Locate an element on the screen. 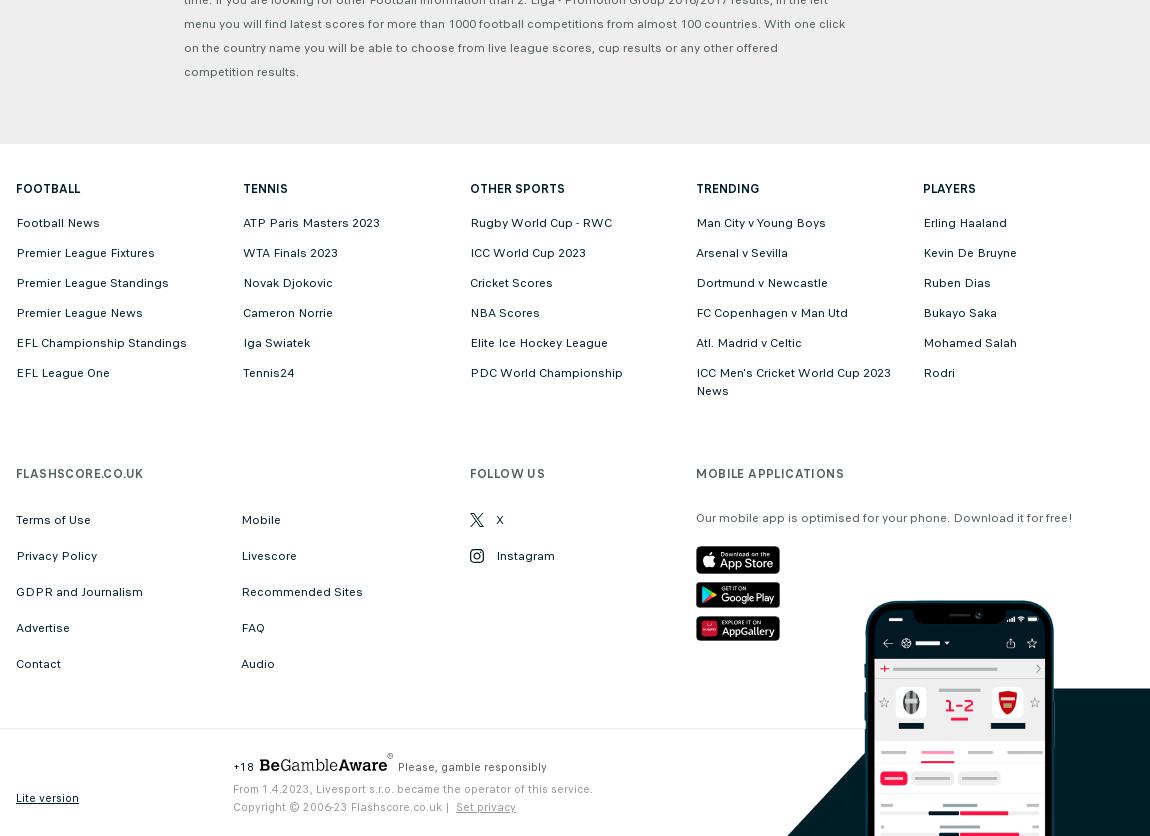 The image size is (1150, 836). 'Elite Ice Hockey League' is located at coordinates (468, 342).